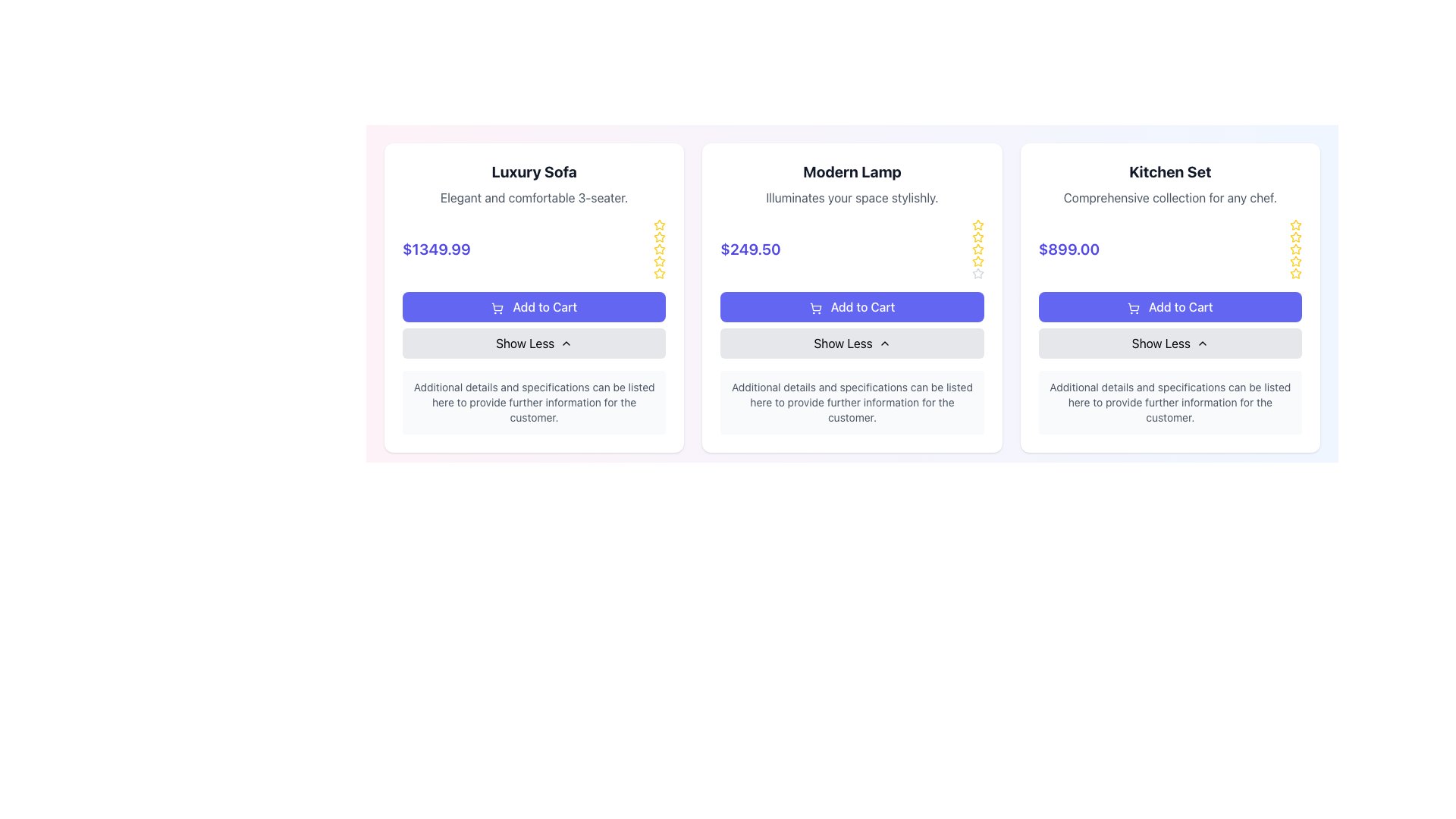 Image resolution: width=1456 pixels, height=819 pixels. I want to click on price text displayed in the Text Label located below the title 'Luxury Sofa' in the leftmost card of the group, so click(436, 248).